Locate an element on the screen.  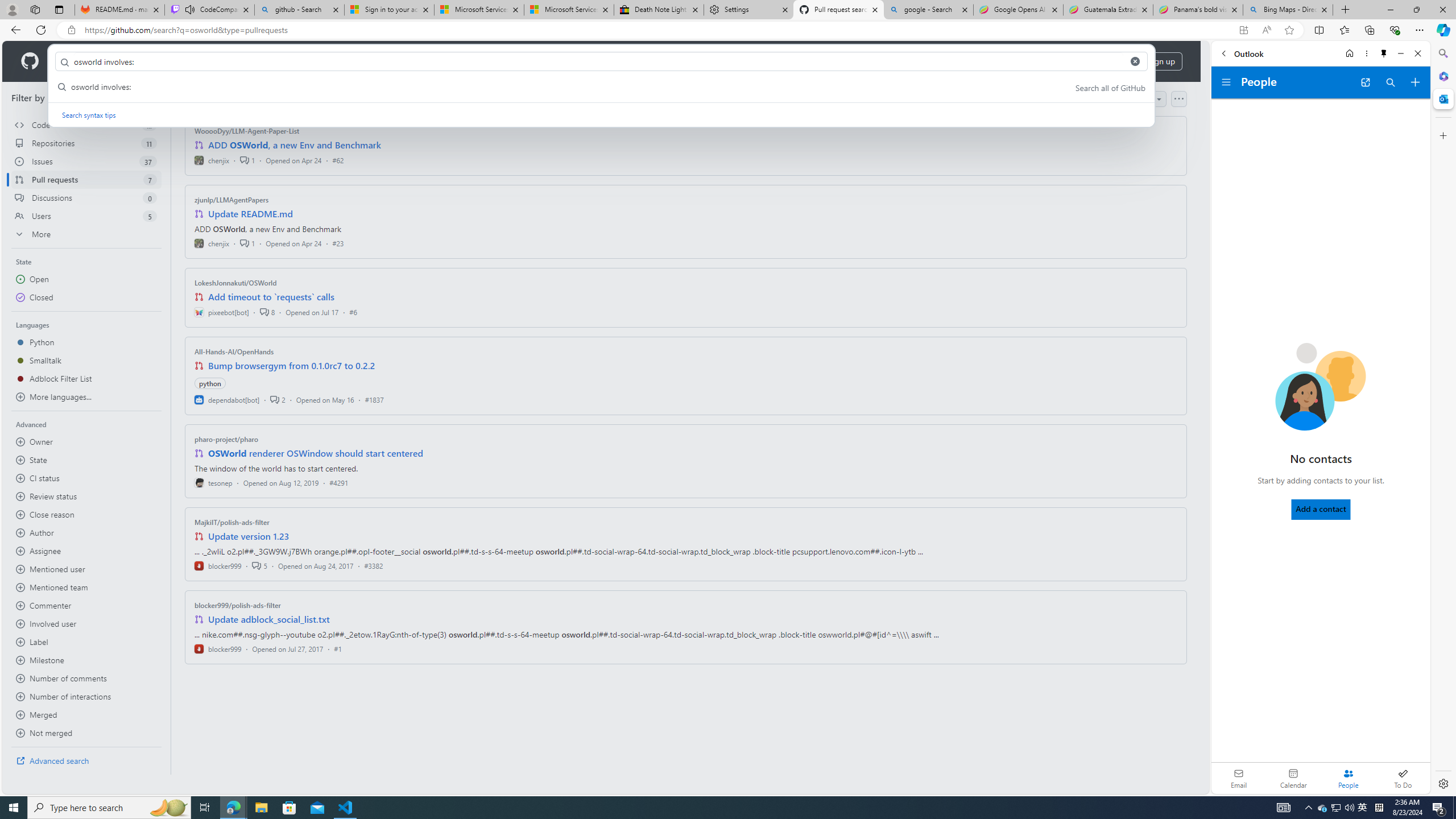
'2' is located at coordinates (278, 399).